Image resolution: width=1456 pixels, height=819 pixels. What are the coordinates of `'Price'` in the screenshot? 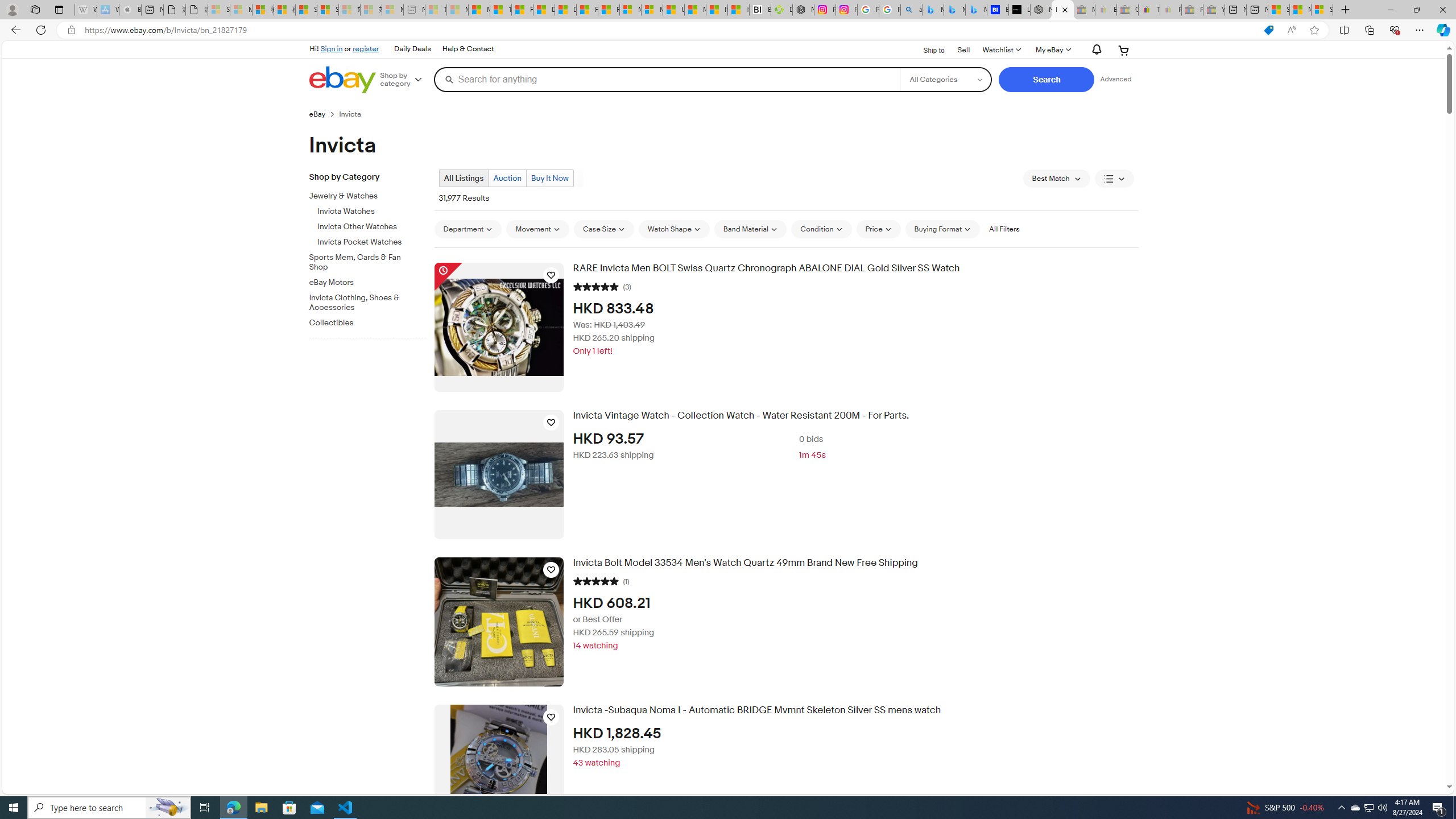 It's located at (878, 229).